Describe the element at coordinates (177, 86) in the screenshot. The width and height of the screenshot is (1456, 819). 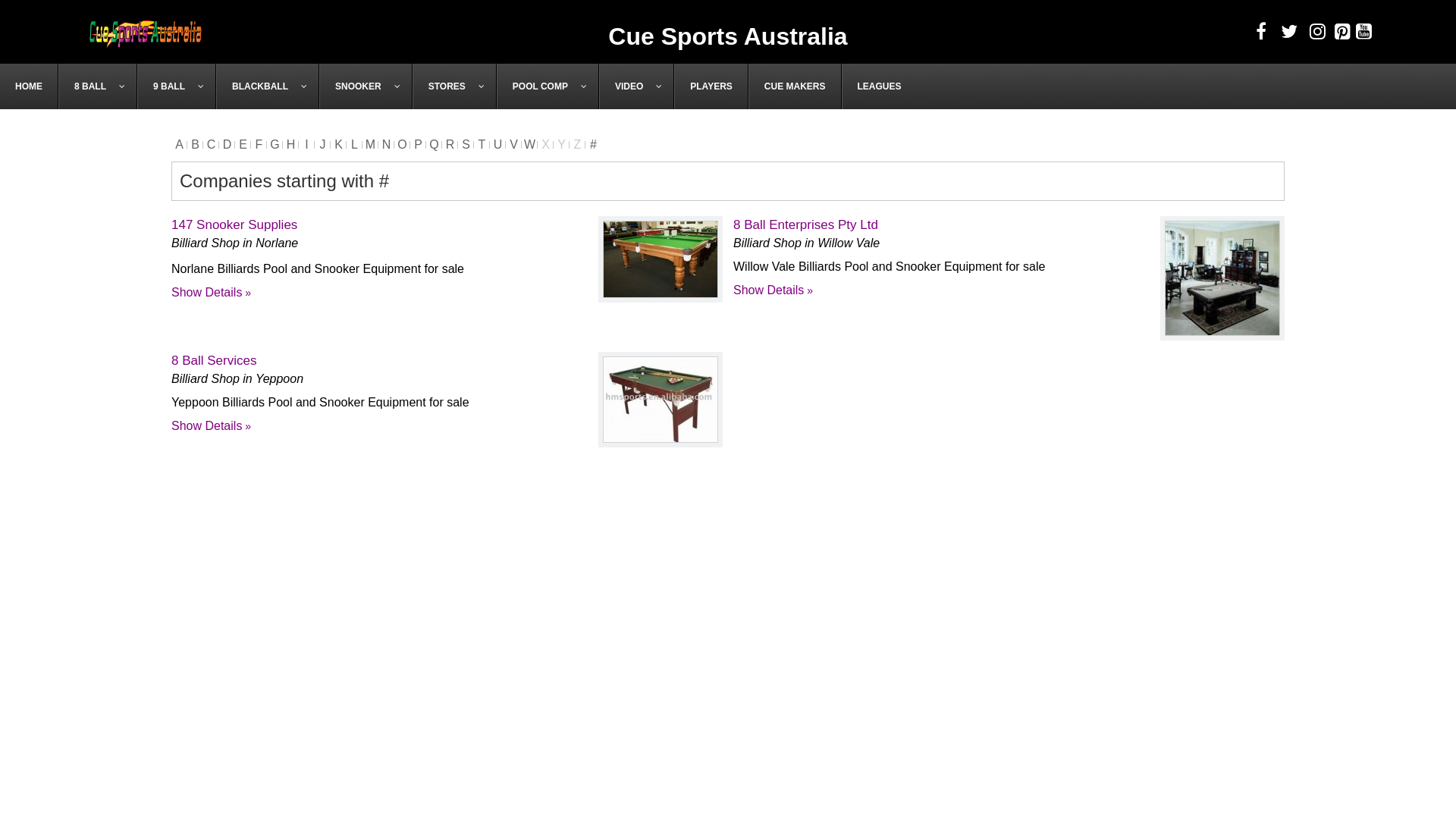
I see `'9 BALL'` at that location.